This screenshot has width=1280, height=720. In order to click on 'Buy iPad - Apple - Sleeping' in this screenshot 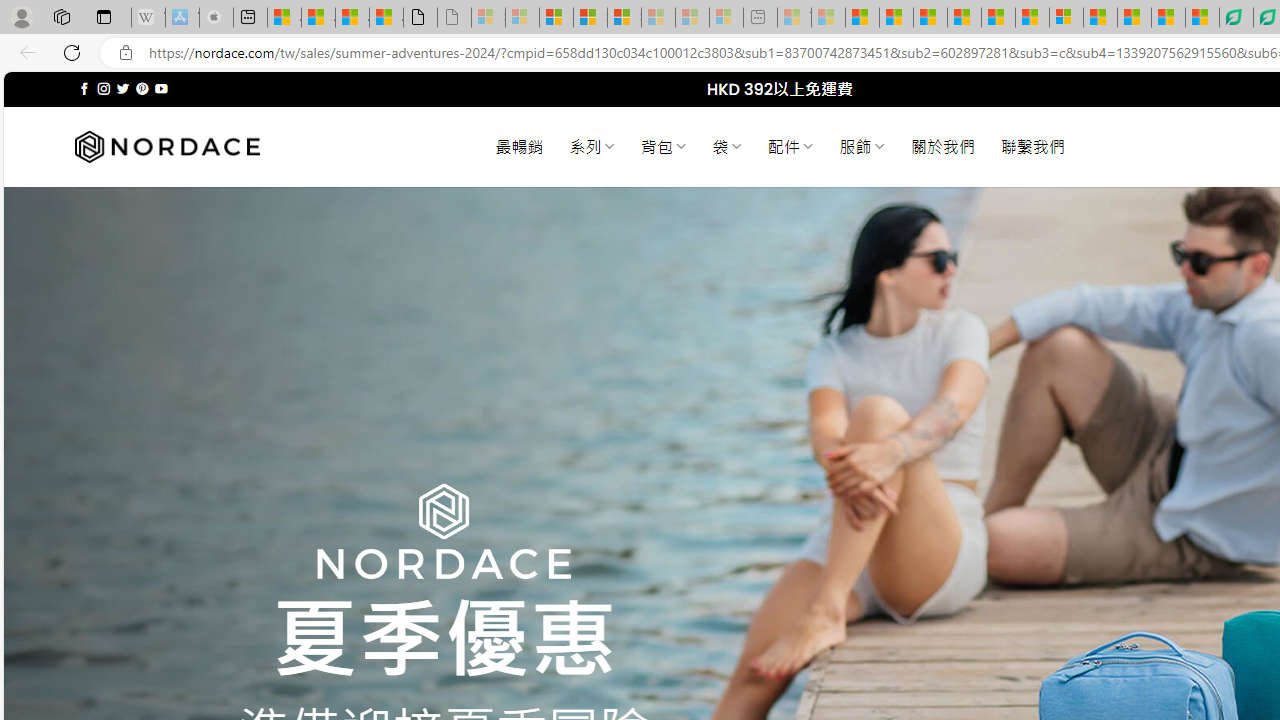, I will do `click(216, 17)`.